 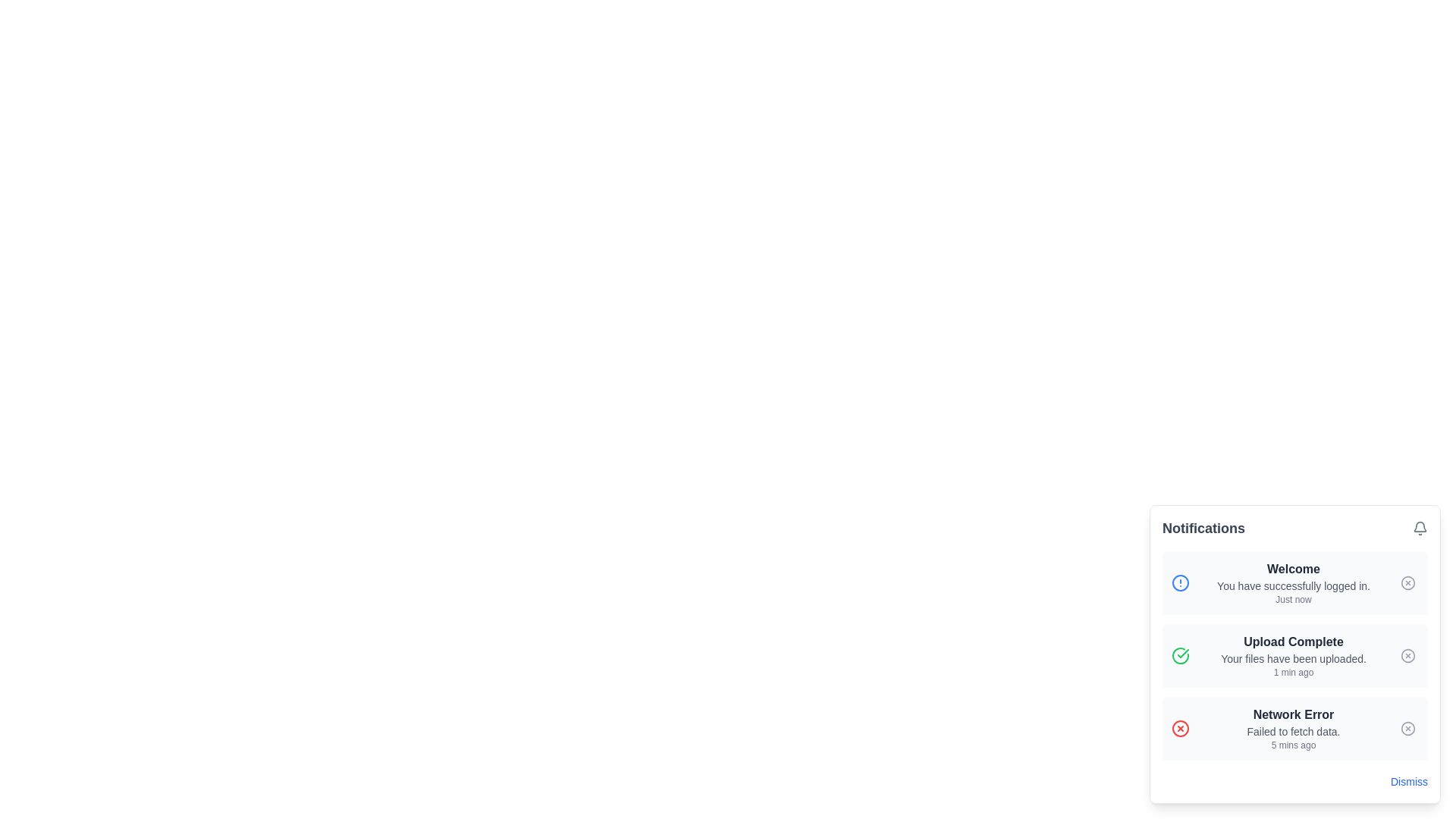 What do you see at coordinates (1179, 654) in the screenshot?
I see `the completed status icon that indicates the successful upload of files, located in the notification card with the title 'Upload Complete'` at bounding box center [1179, 654].